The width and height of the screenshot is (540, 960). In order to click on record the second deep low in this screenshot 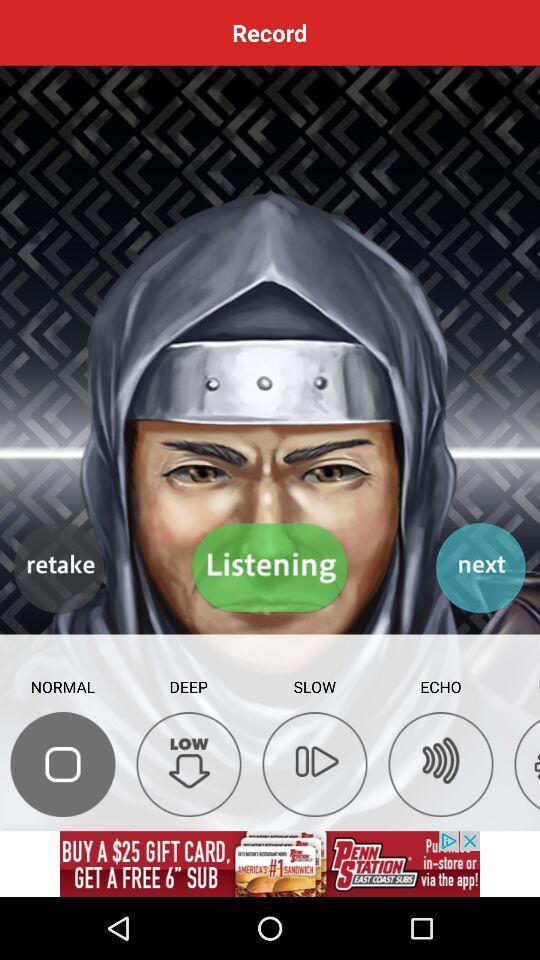, I will do `click(189, 763)`.